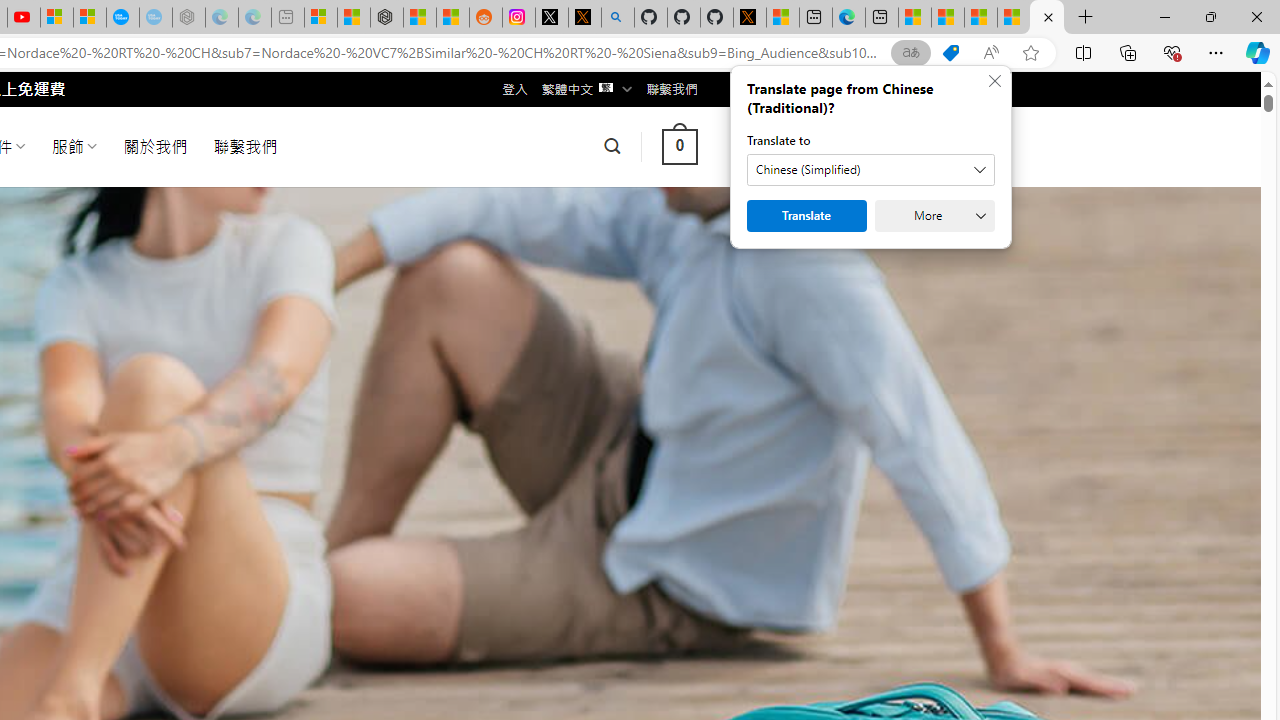 The image size is (1280, 720). I want to click on 'Opinion: Op-Ed and Commentary - USA TODAY', so click(122, 17).